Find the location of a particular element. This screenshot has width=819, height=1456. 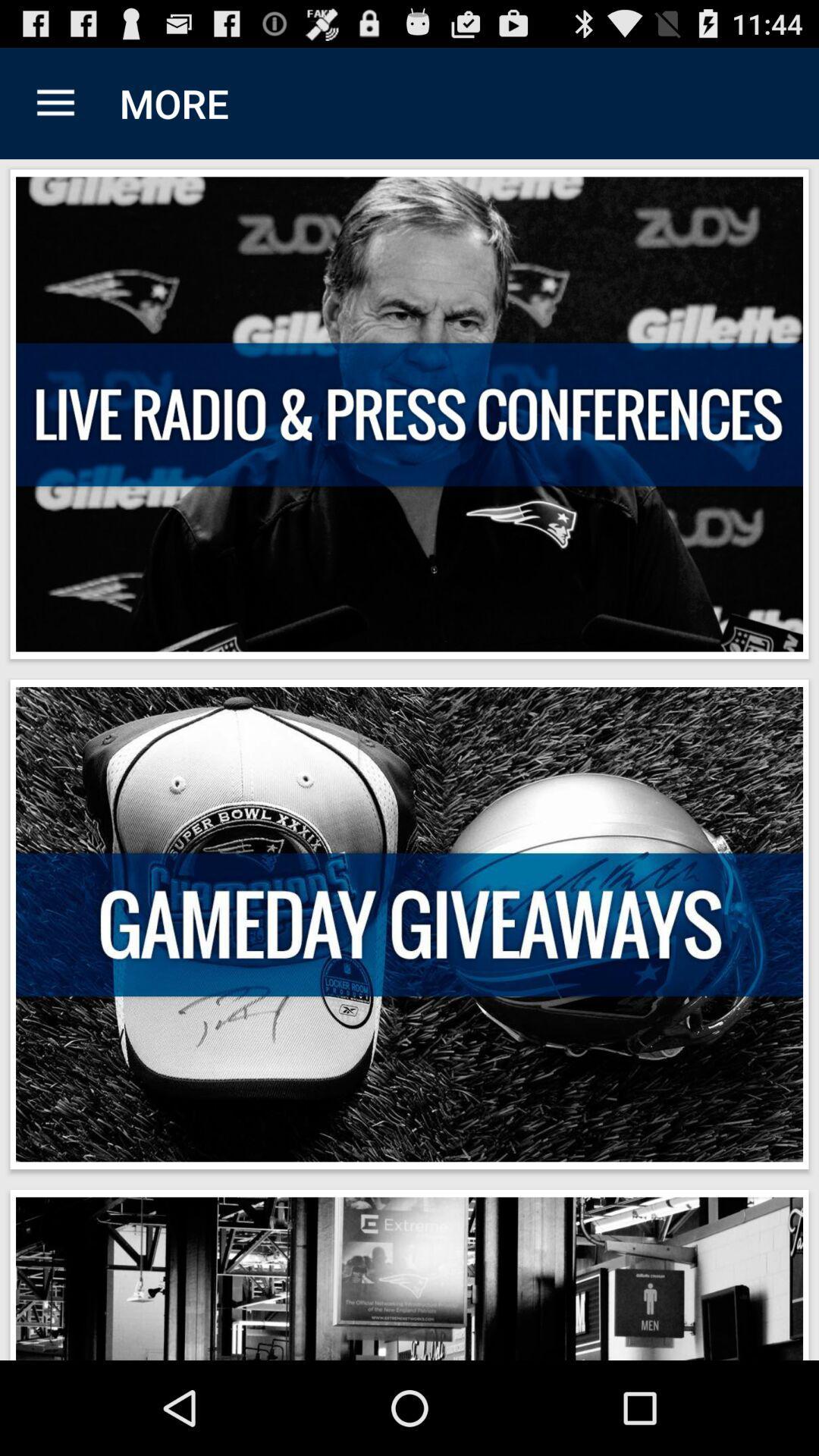

the item to the left of the more app is located at coordinates (55, 102).